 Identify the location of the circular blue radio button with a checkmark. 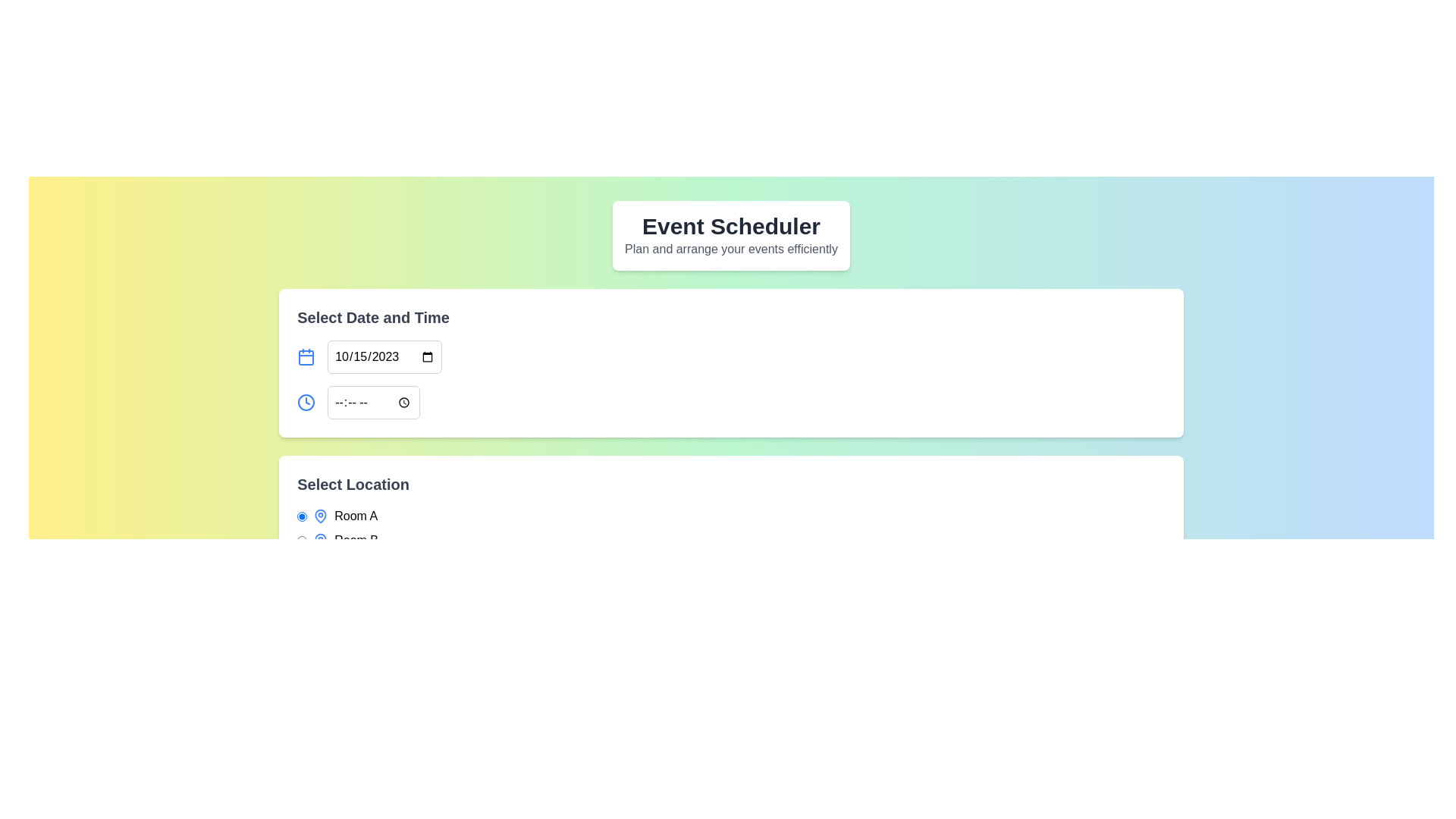
(302, 540).